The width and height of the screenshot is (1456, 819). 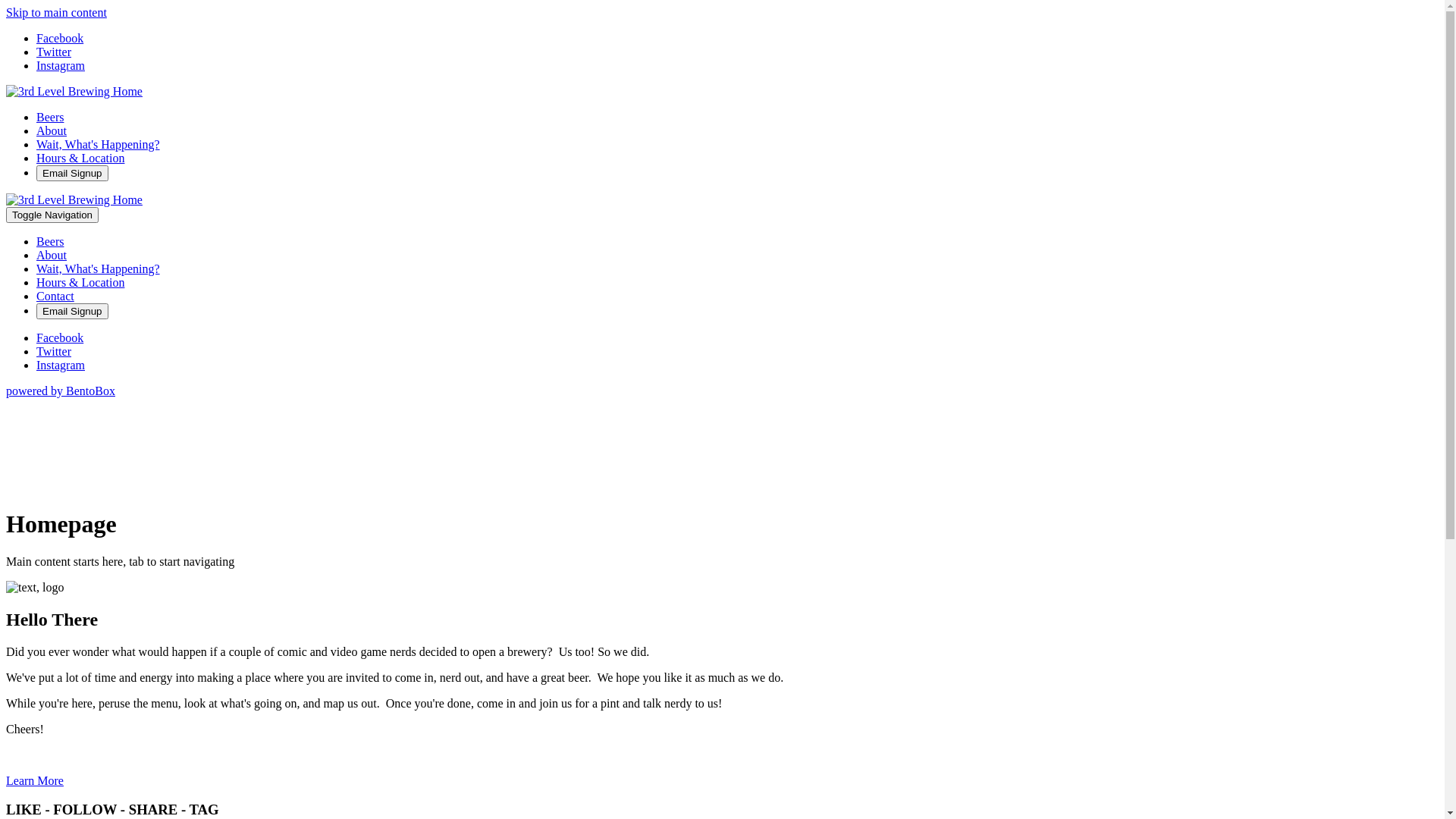 I want to click on 'Hours & Location', so click(x=79, y=282).